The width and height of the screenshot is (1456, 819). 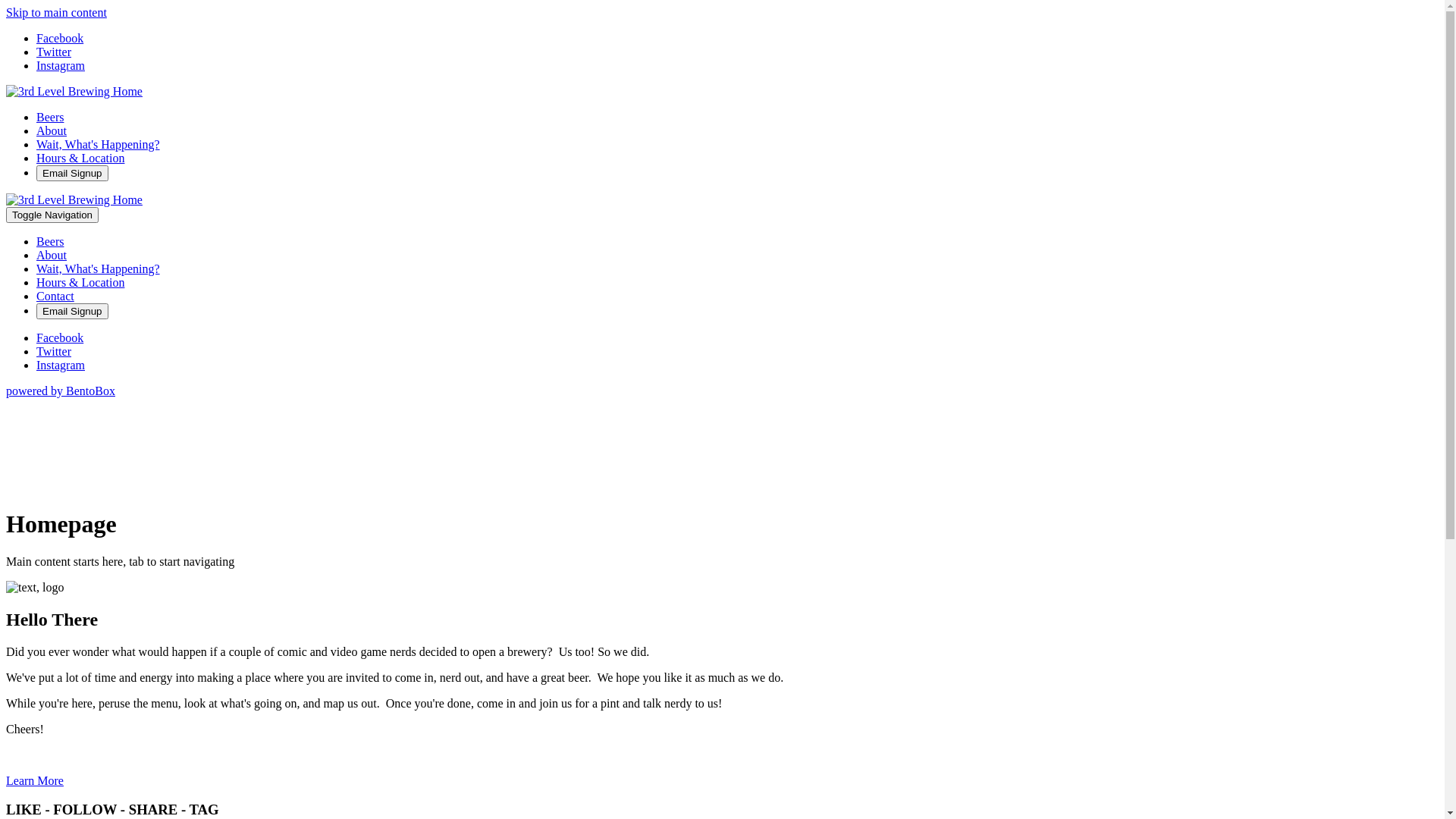 I want to click on 'Hours & Location', so click(x=79, y=282).